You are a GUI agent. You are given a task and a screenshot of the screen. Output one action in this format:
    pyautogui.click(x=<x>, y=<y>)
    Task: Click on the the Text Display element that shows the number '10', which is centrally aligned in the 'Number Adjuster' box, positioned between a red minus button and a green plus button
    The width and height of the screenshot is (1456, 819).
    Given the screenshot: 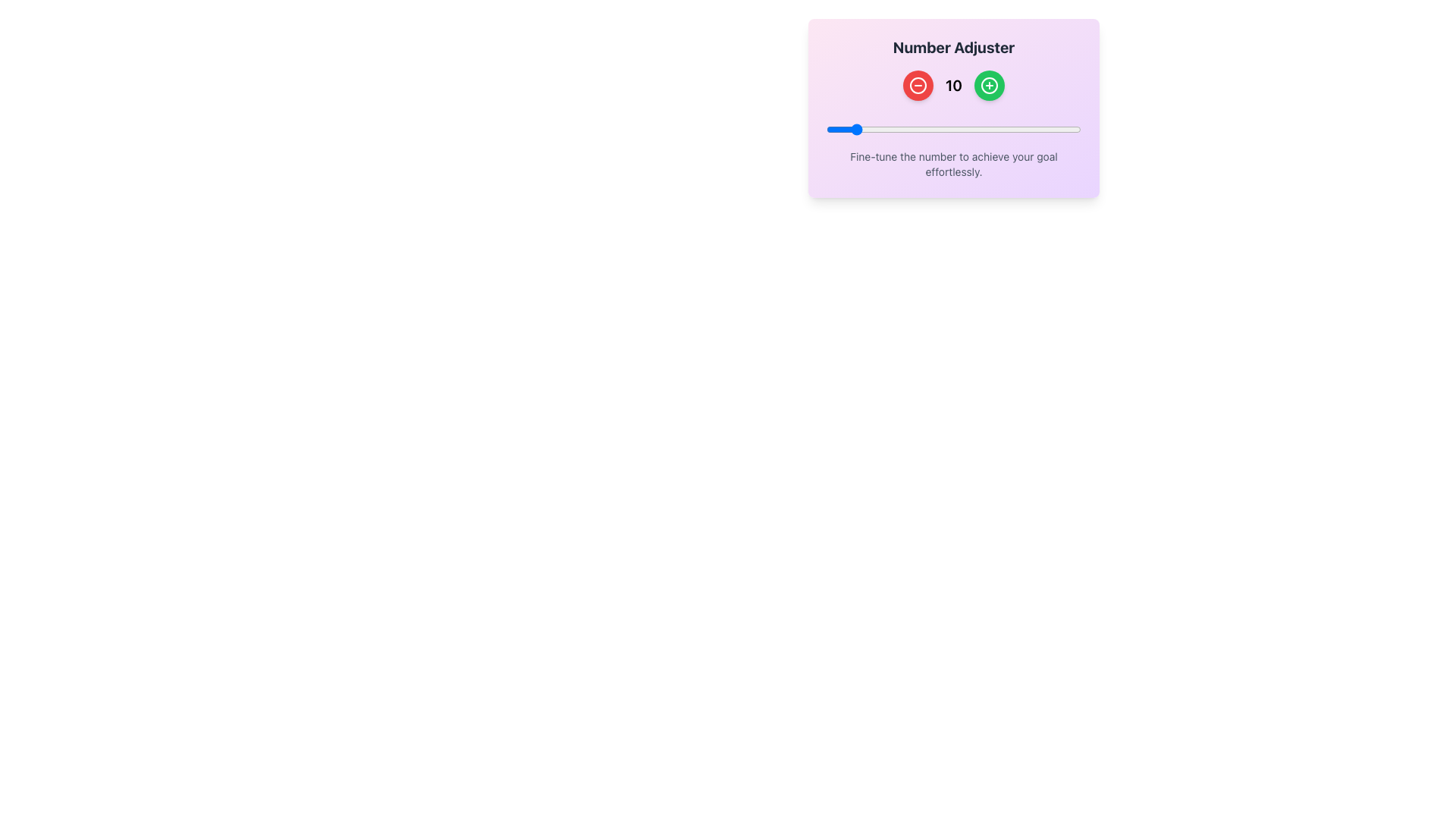 What is the action you would take?
    pyautogui.click(x=952, y=85)
    